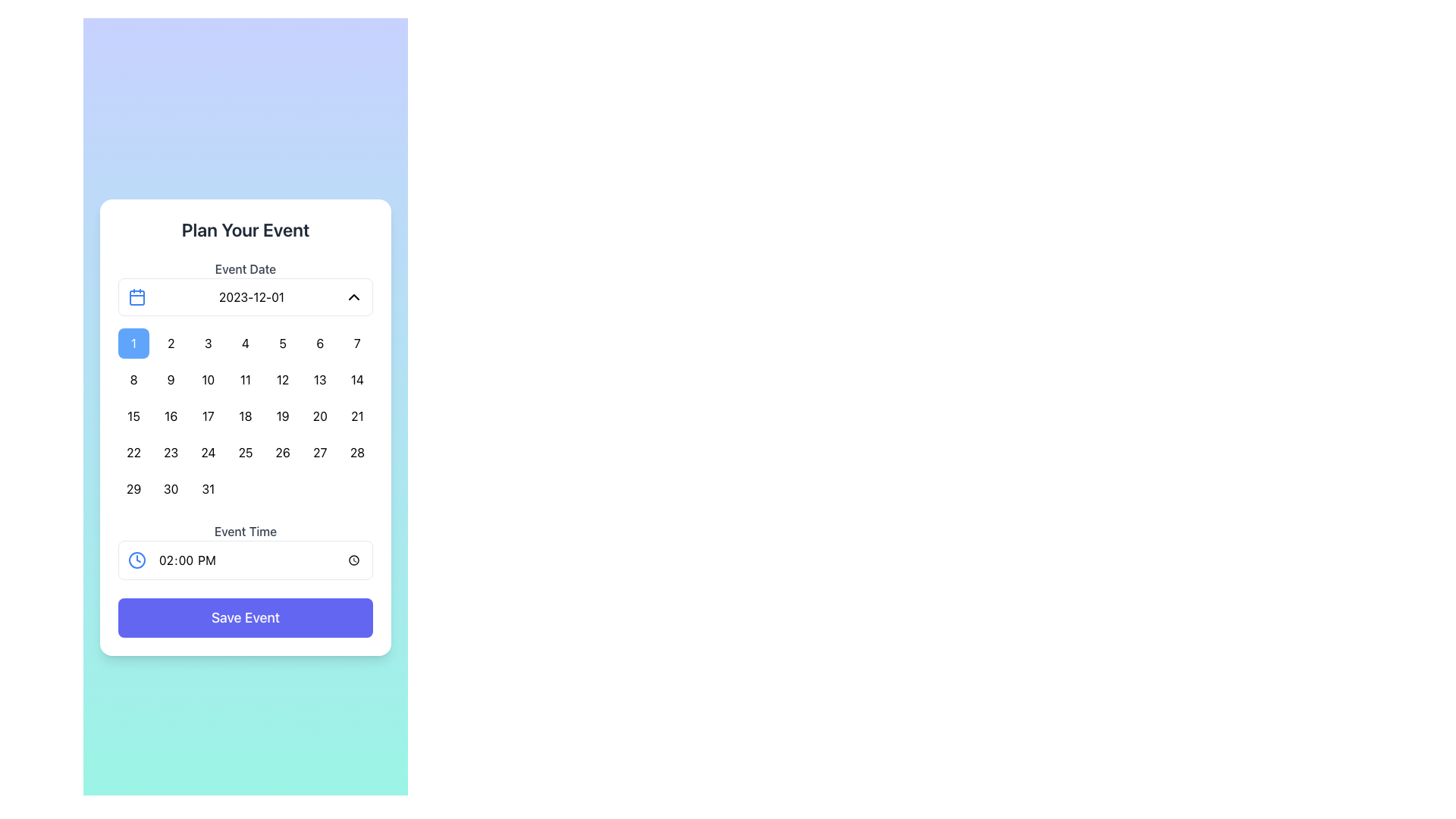 Image resolution: width=1456 pixels, height=819 pixels. Describe the element at coordinates (137, 298) in the screenshot. I see `the decorative vector shape, which is a rounded rectangle within the calendar icon in the 'Event Date' section, adjacent to the date field displaying '2023-12-01'` at that location.